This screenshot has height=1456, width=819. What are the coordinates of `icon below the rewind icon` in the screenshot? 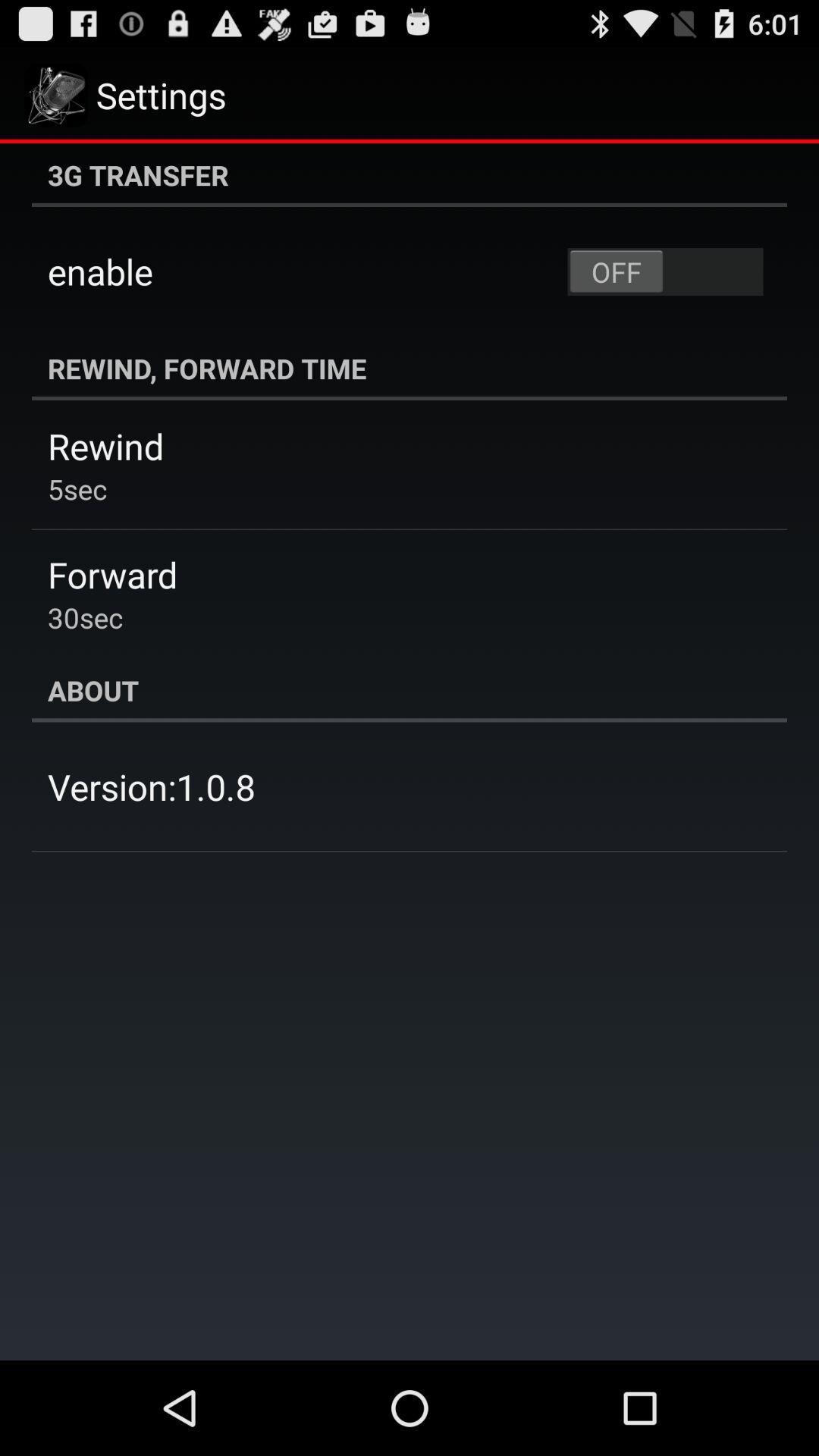 It's located at (77, 488).